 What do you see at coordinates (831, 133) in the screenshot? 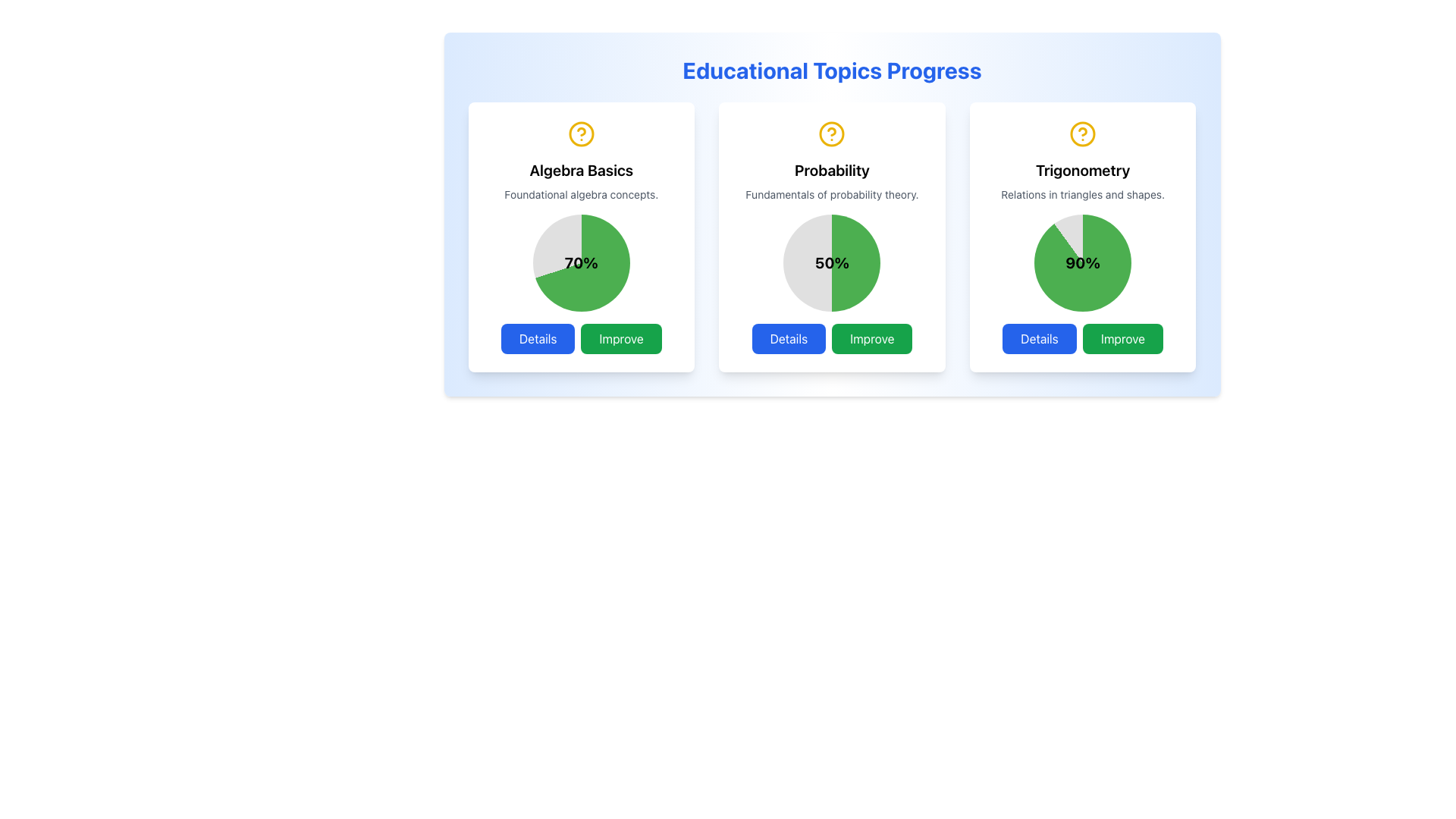
I see `the help icon located at the top-middle of the 'Probability' card` at bounding box center [831, 133].